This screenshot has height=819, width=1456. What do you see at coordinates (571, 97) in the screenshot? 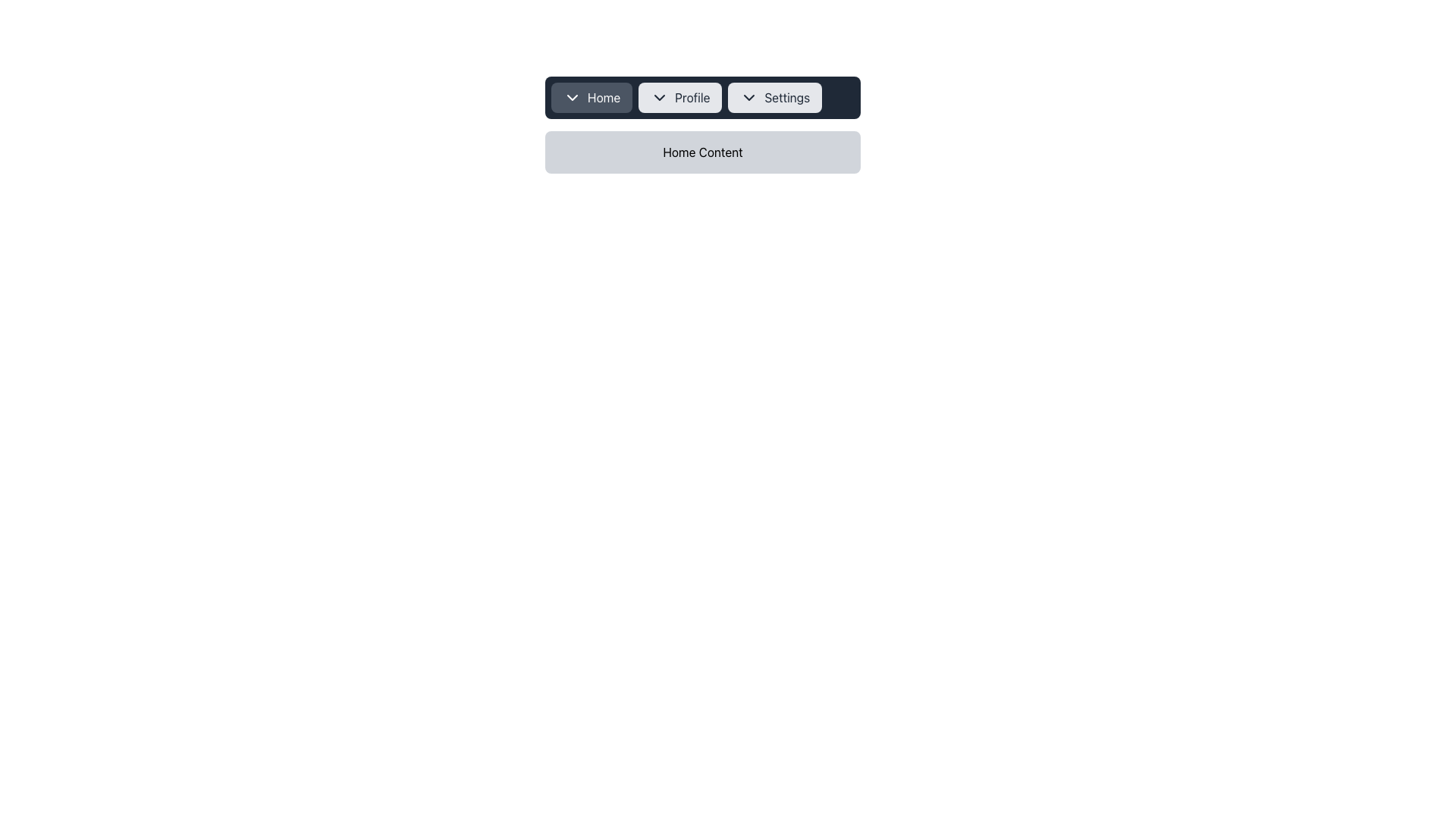
I see `the dropdown icon located to the left of the 'Home' label` at bounding box center [571, 97].